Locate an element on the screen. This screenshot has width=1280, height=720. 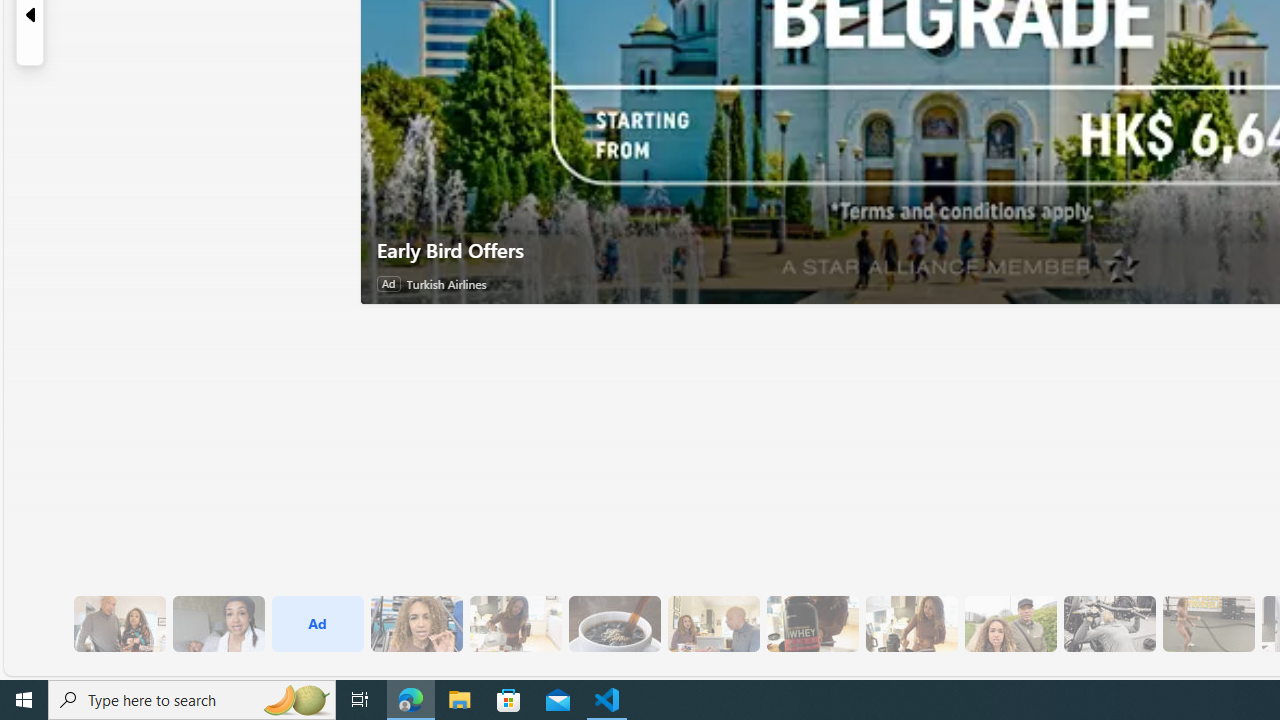
'7 They Don' is located at coordinates (910, 623).